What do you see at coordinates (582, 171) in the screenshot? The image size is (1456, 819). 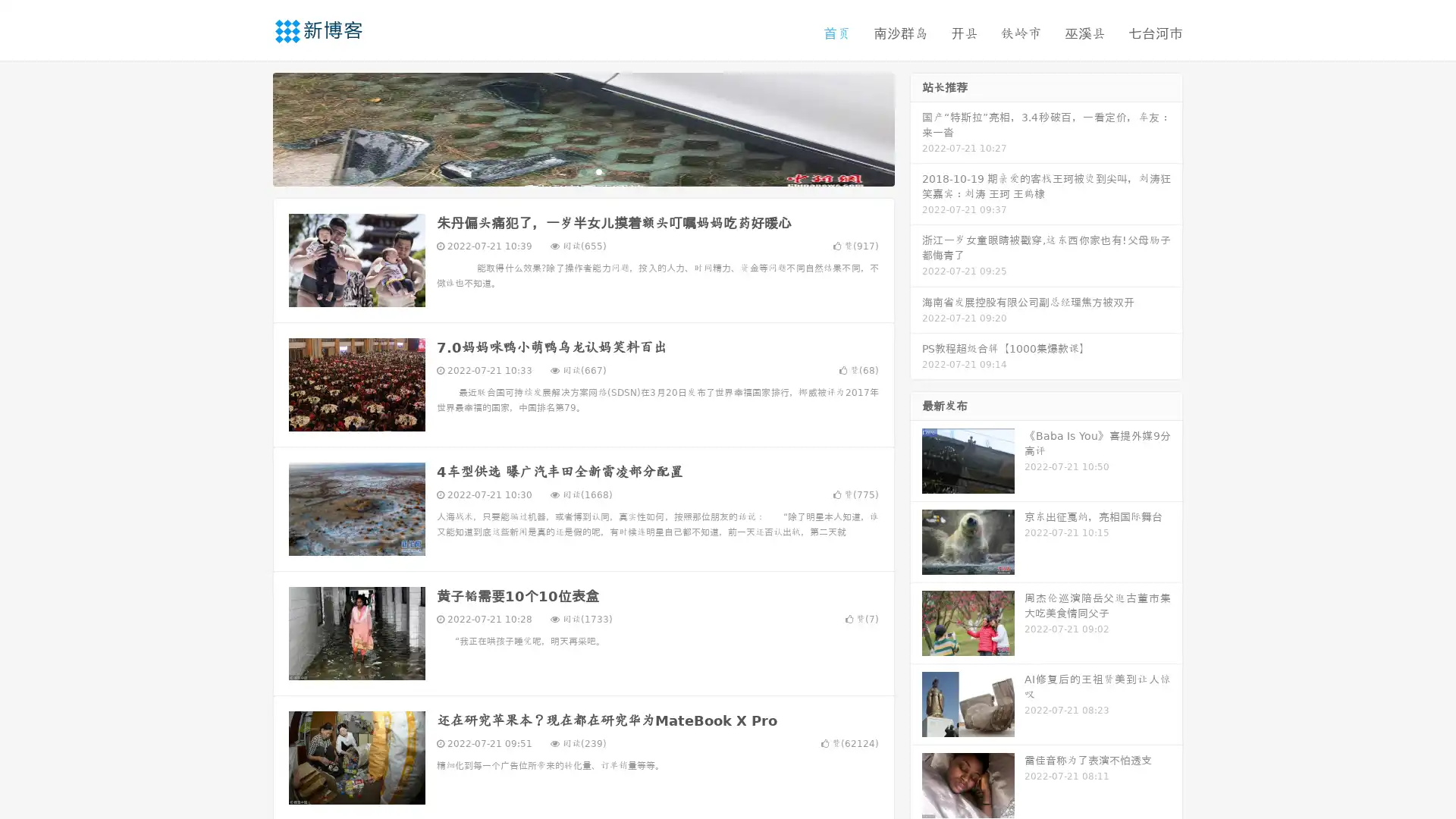 I see `Go to slide 2` at bounding box center [582, 171].